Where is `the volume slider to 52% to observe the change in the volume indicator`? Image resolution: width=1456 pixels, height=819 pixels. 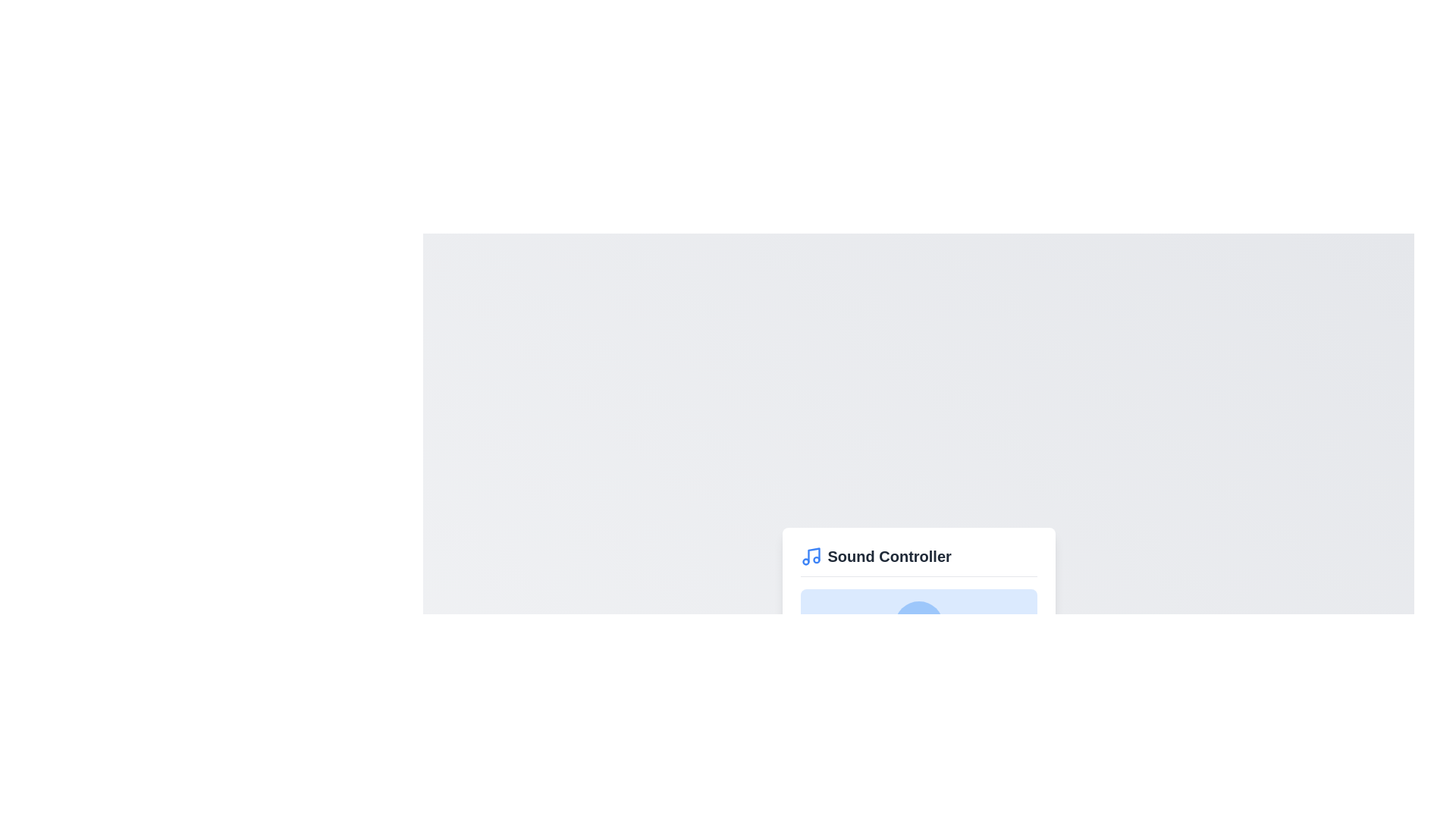
the volume slider to 52% to observe the change in the volume indicator is located at coordinates (922, 679).